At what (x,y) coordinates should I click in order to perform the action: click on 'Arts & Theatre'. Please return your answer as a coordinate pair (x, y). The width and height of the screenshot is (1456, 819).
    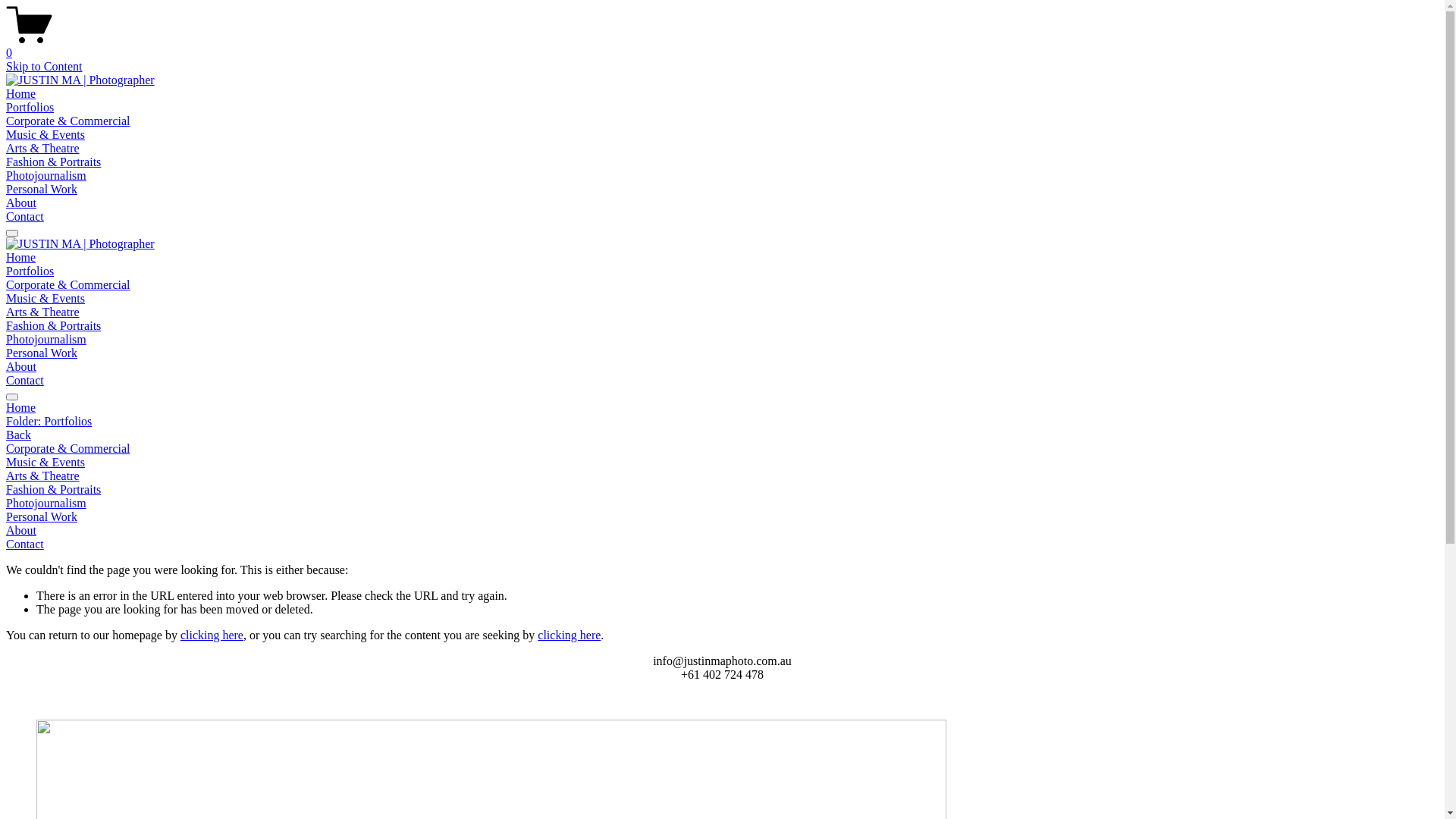
    Looking at the image, I should click on (42, 148).